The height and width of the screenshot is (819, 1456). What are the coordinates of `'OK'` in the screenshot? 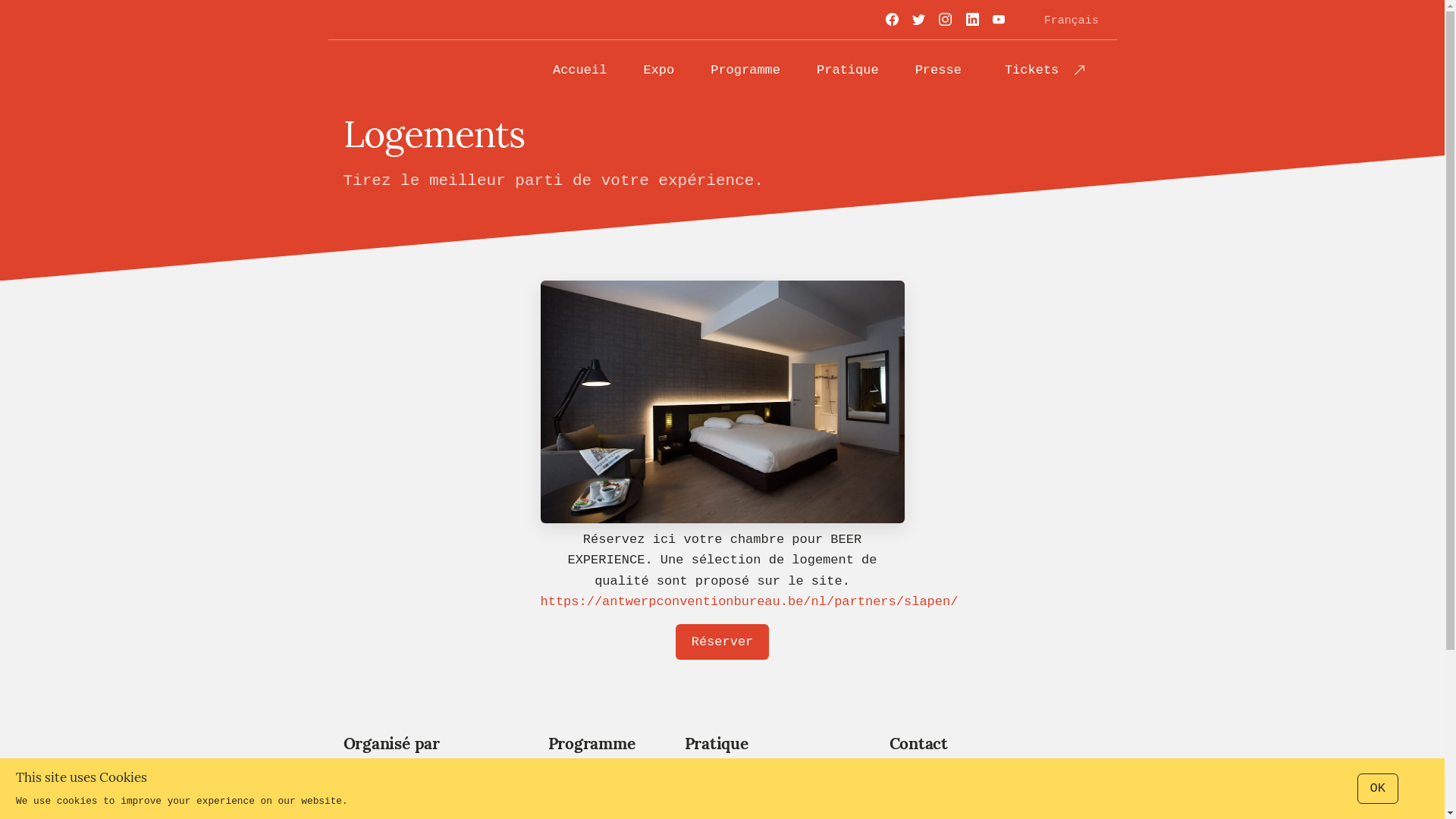 It's located at (1378, 788).